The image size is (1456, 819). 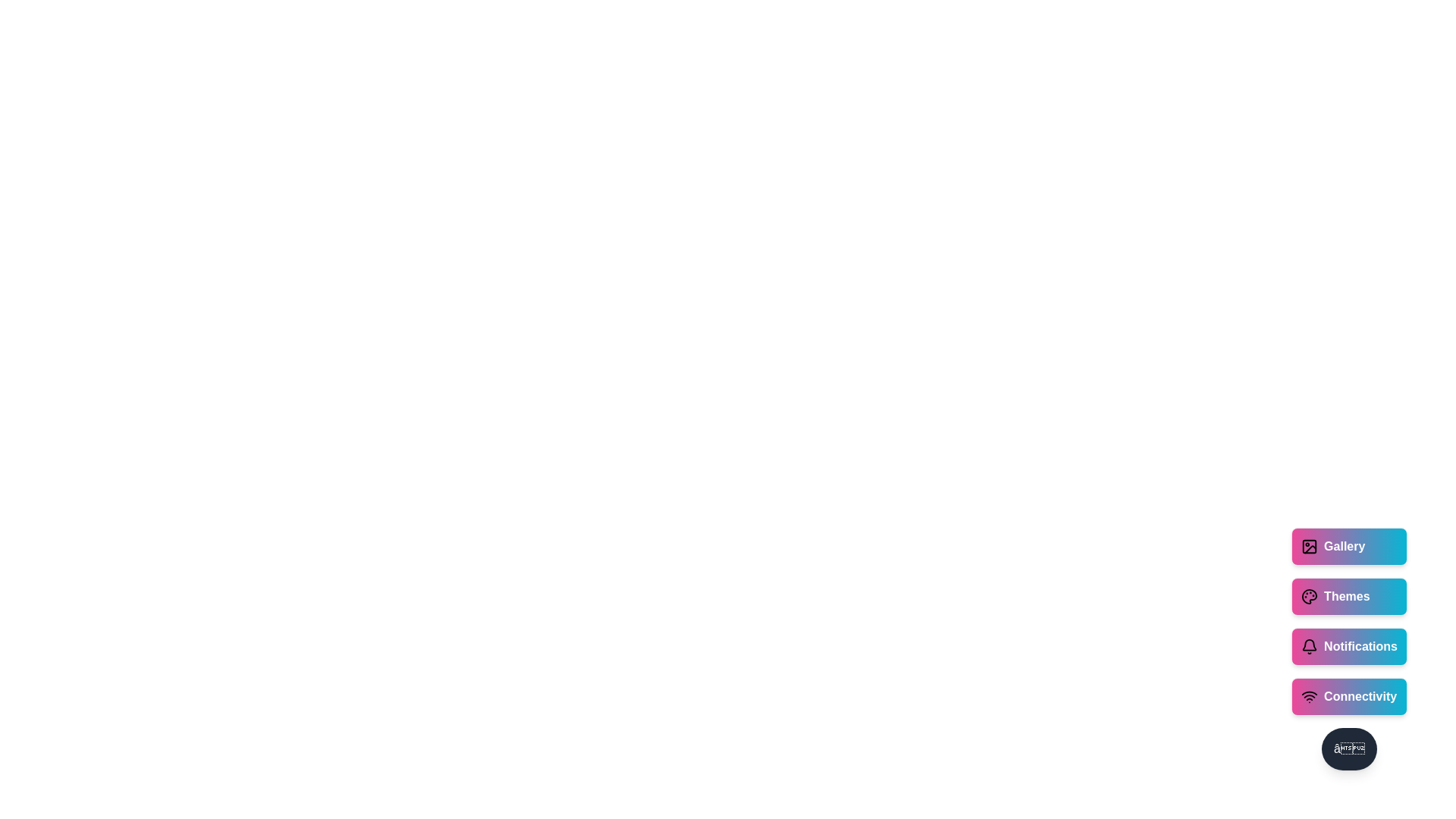 I want to click on outermost arc of the Wi-Fi icon within the 'Connectivity' button on the right side of the interface for information, so click(x=1309, y=693).